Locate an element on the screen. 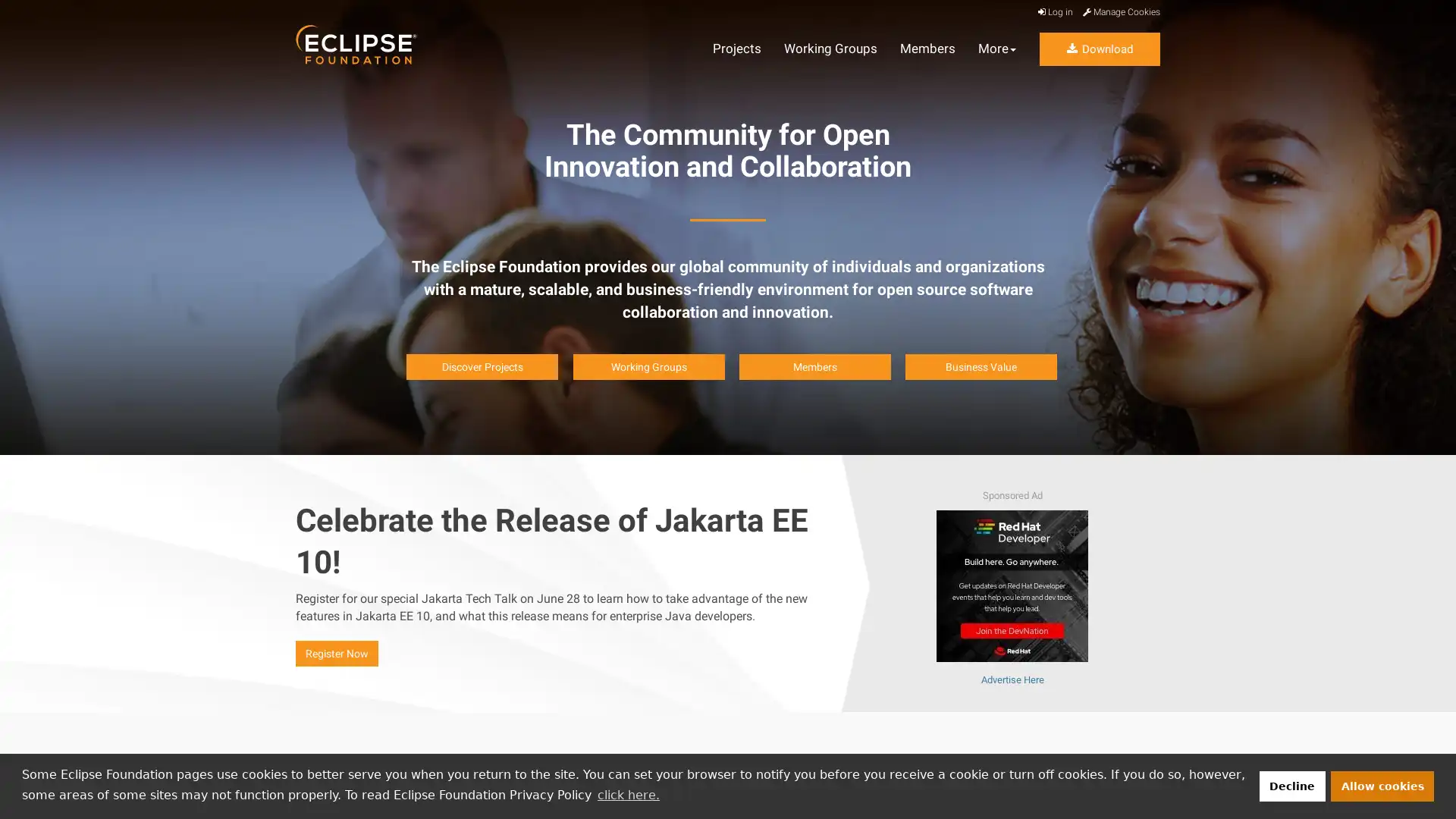 This screenshot has width=1456, height=819. deny cookies is located at coordinates (1291, 785).